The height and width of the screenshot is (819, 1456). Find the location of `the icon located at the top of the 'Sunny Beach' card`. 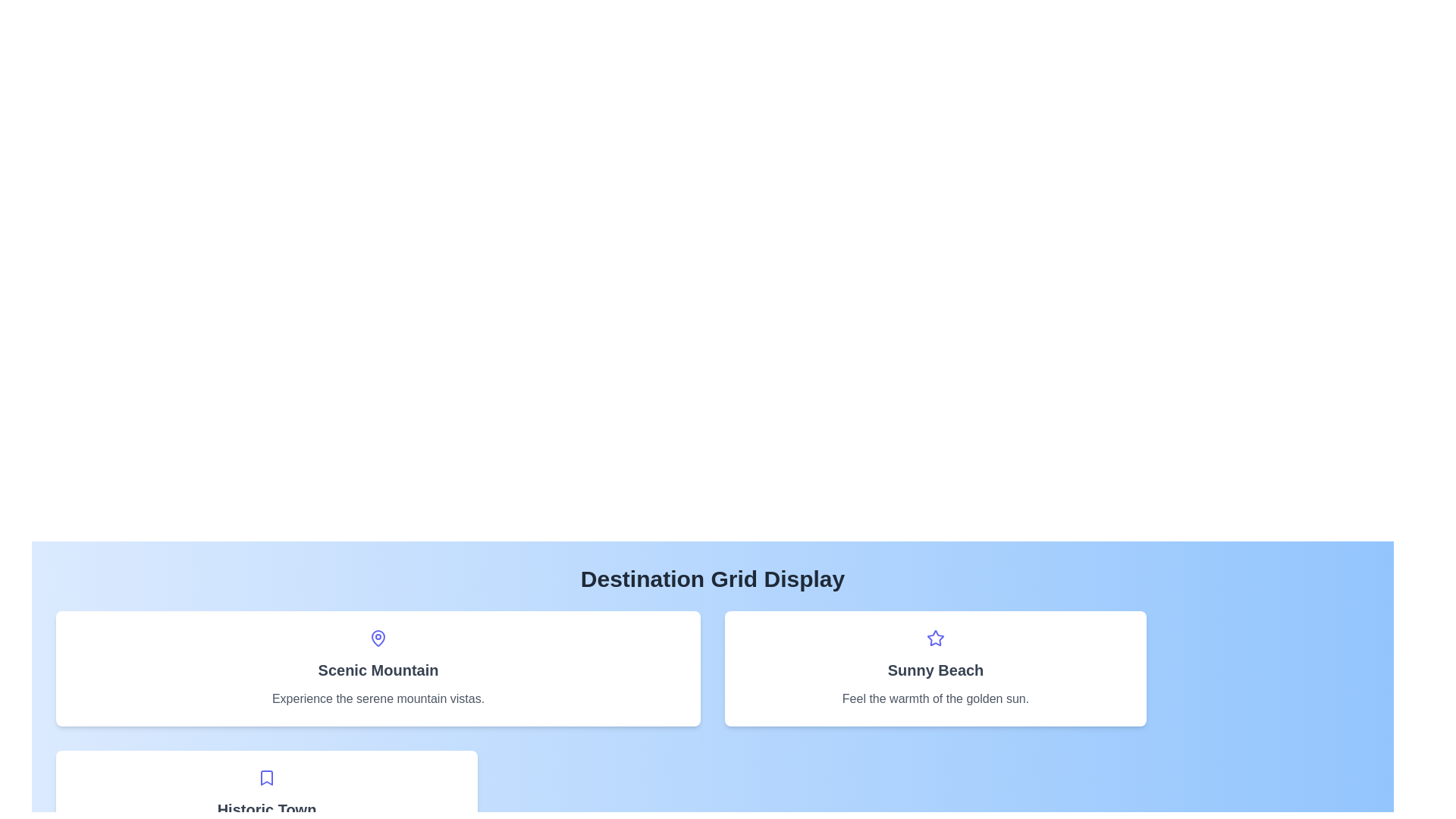

the icon located at the top of the 'Sunny Beach' card is located at coordinates (934, 638).